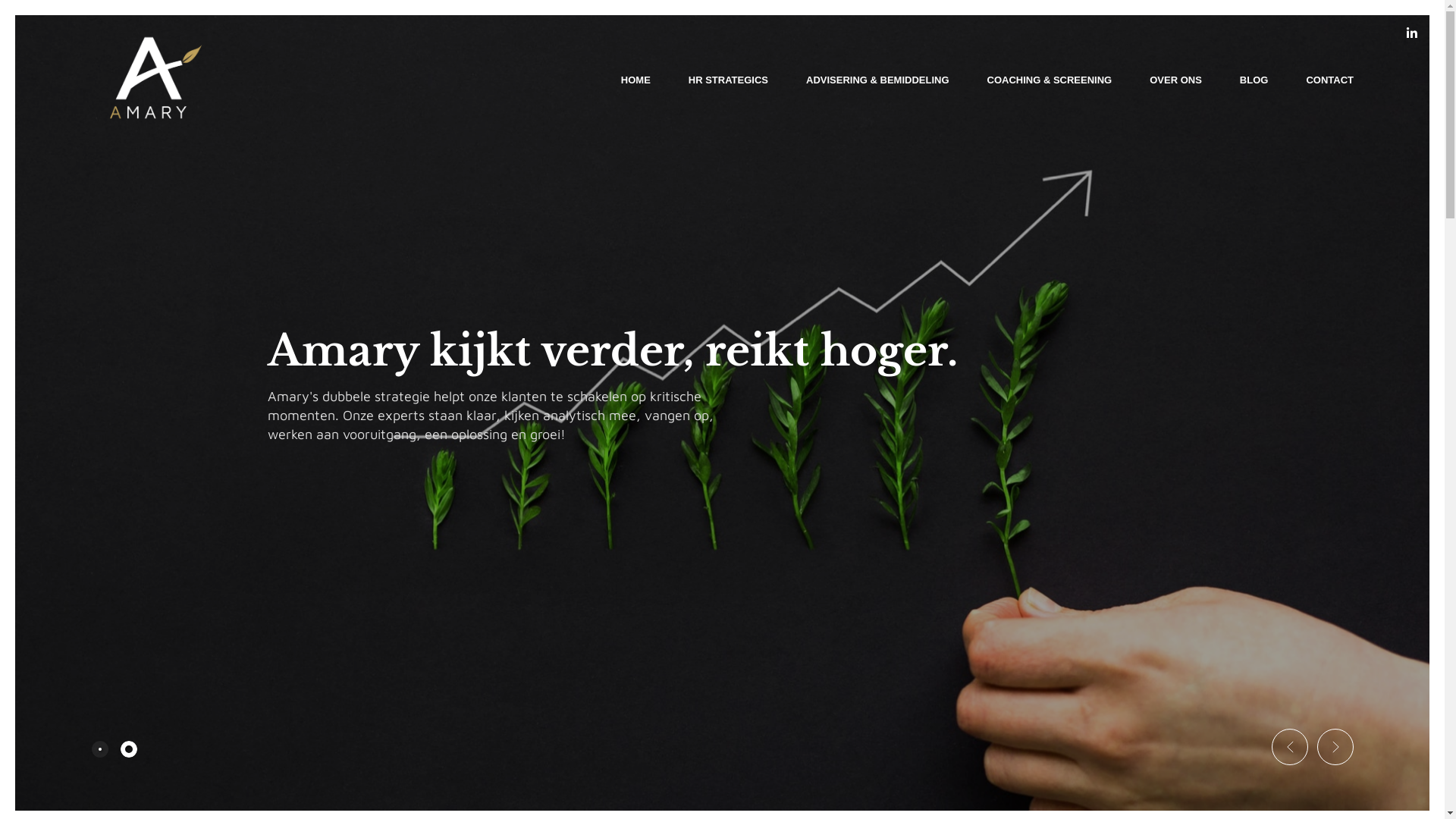 Image resolution: width=1456 pixels, height=819 pixels. What do you see at coordinates (877, 80) in the screenshot?
I see `'ADVISERING & BEMIDDELING'` at bounding box center [877, 80].